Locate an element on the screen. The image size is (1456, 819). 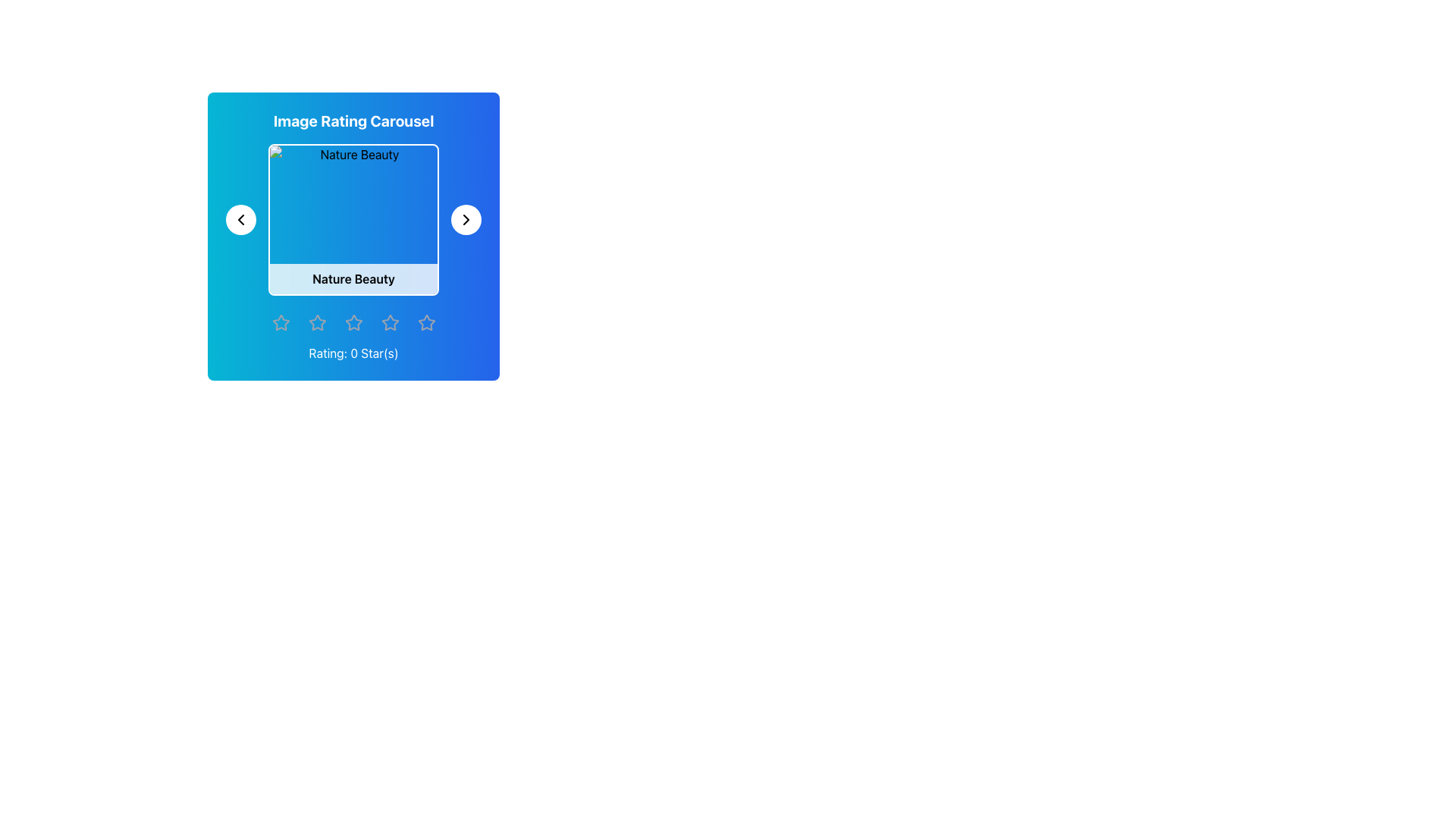
the leftmost star-shaped icon filled with gradient blue color and a thin gray border to rate it in the 'Image Rating Carousel' section is located at coordinates (316, 322).